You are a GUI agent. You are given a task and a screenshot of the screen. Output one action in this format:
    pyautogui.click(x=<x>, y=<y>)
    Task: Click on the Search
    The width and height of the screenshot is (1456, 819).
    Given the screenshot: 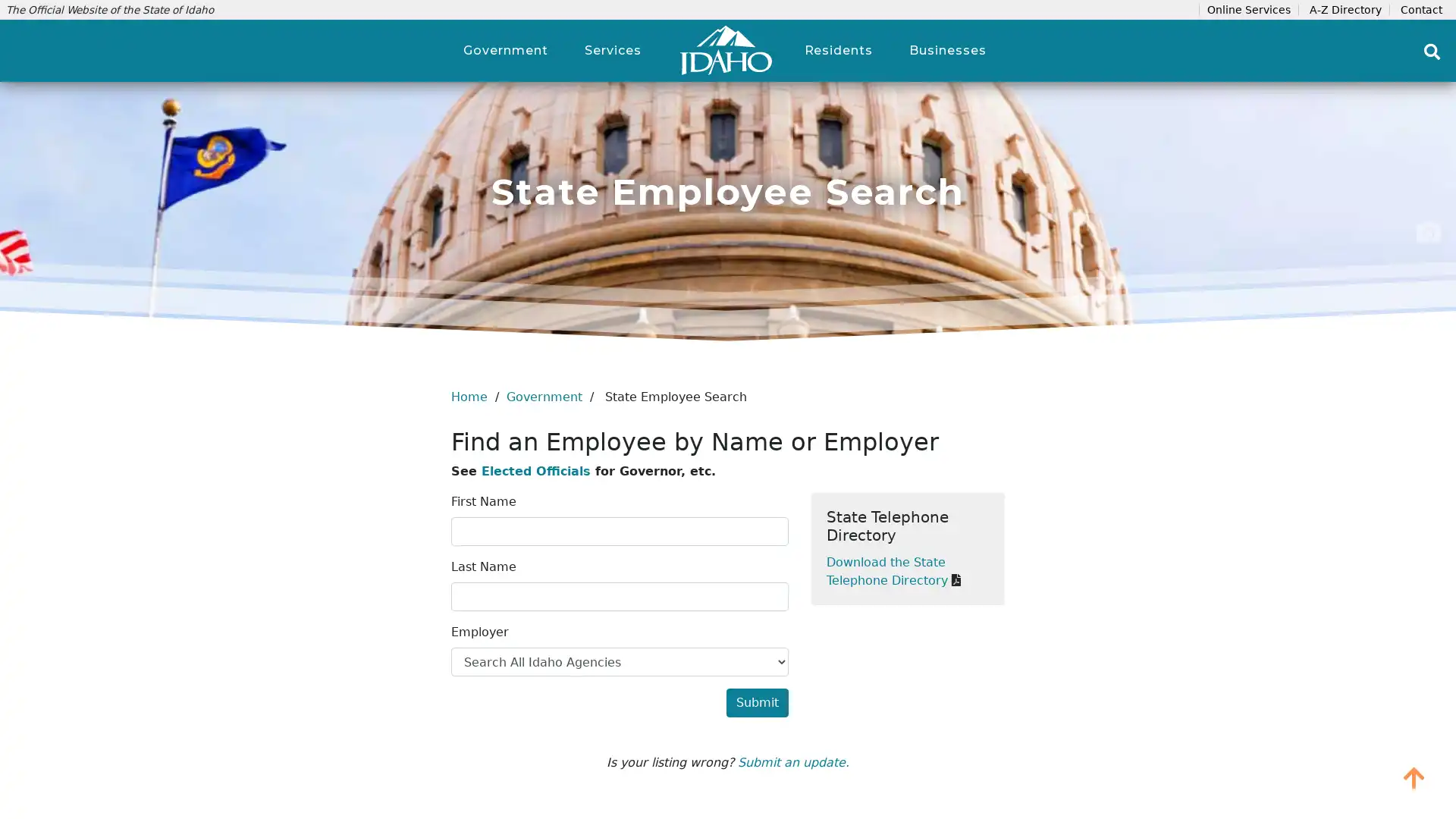 What is the action you would take?
    pyautogui.click(x=1432, y=51)
    